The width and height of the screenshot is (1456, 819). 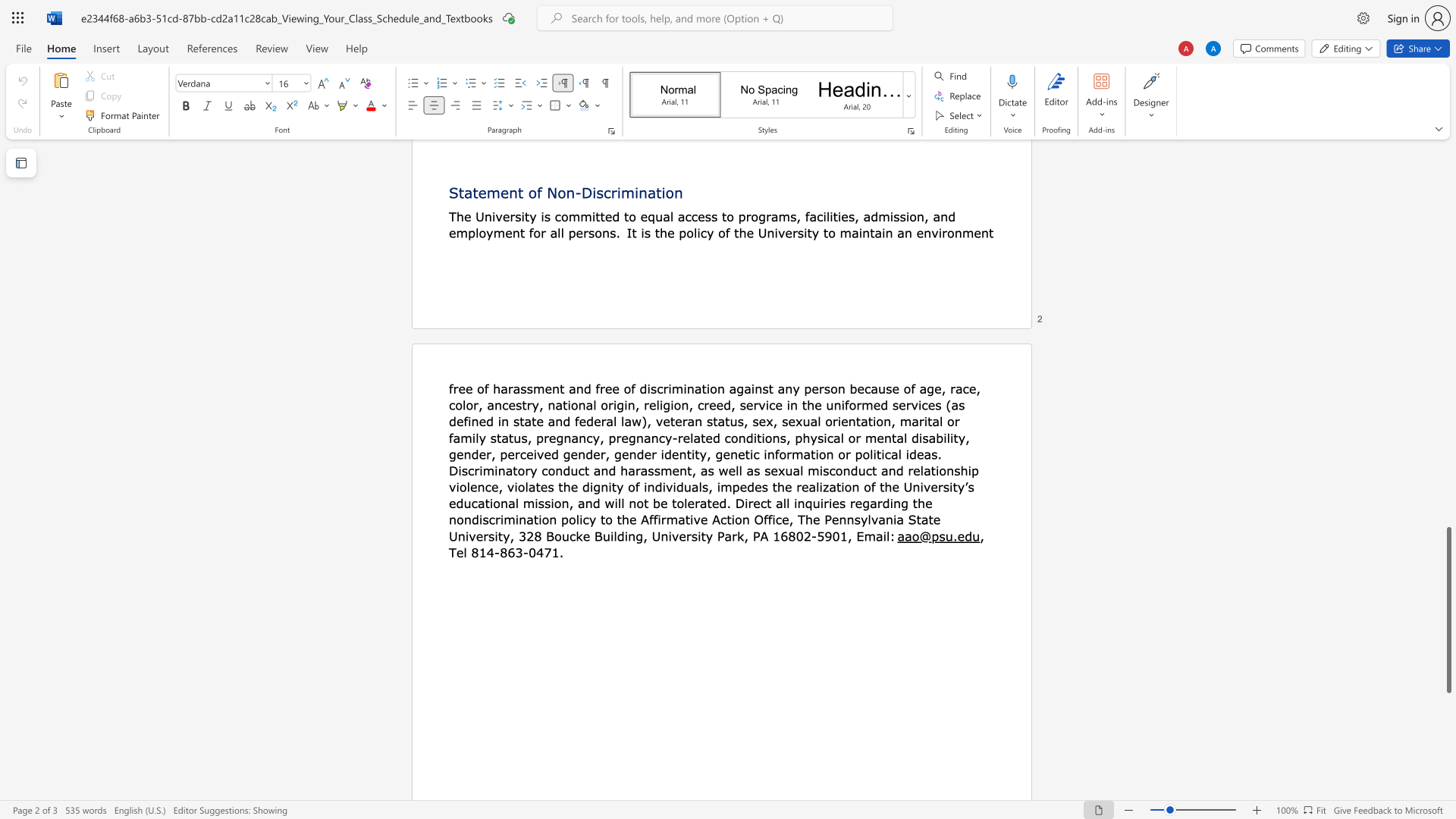 What do you see at coordinates (1448, 476) in the screenshot?
I see `the scrollbar to adjust the page upward` at bounding box center [1448, 476].